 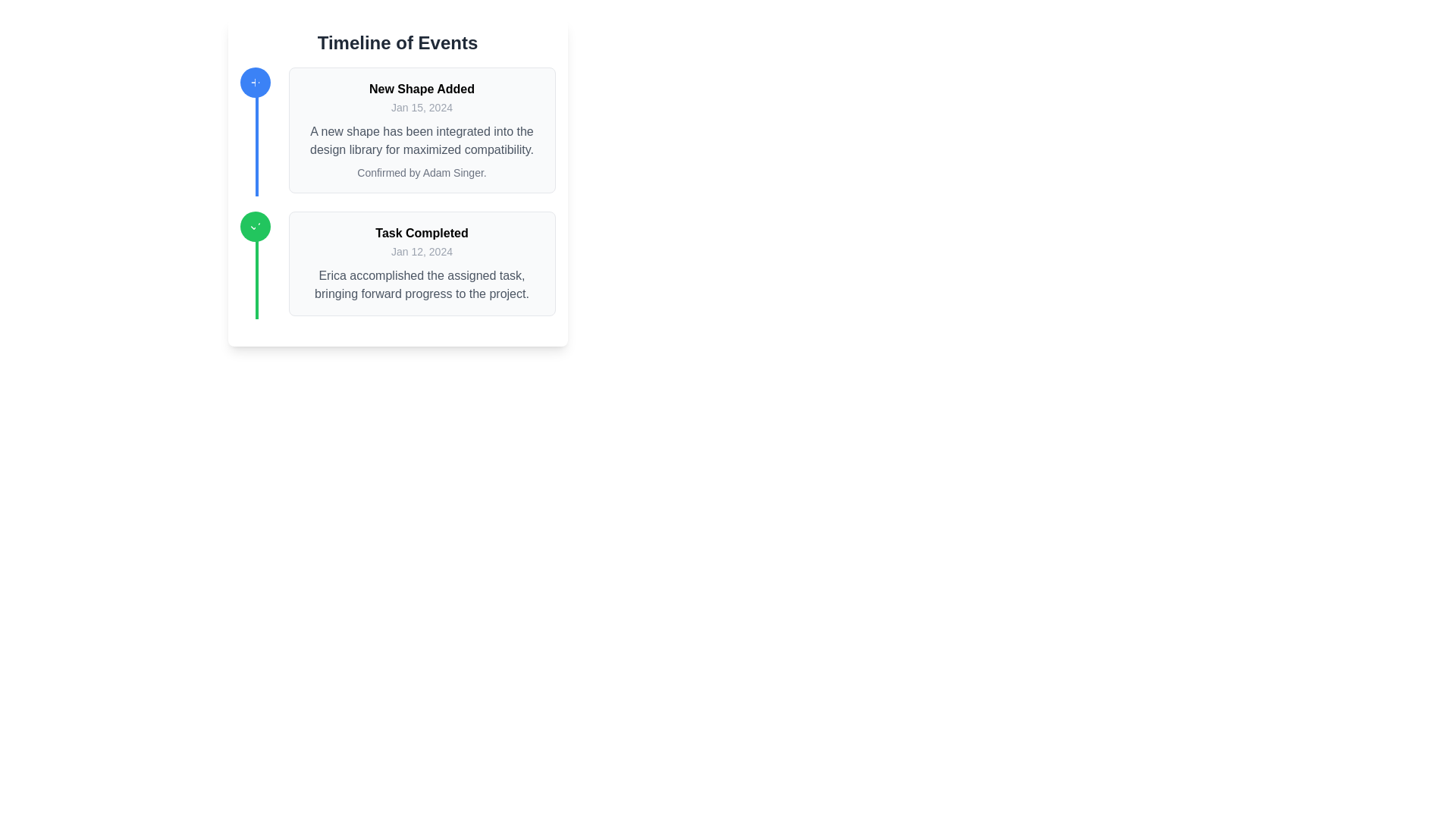 What do you see at coordinates (422, 130) in the screenshot?
I see `the informational card displaying the event titled 'New Shape Added' within the timeline section` at bounding box center [422, 130].